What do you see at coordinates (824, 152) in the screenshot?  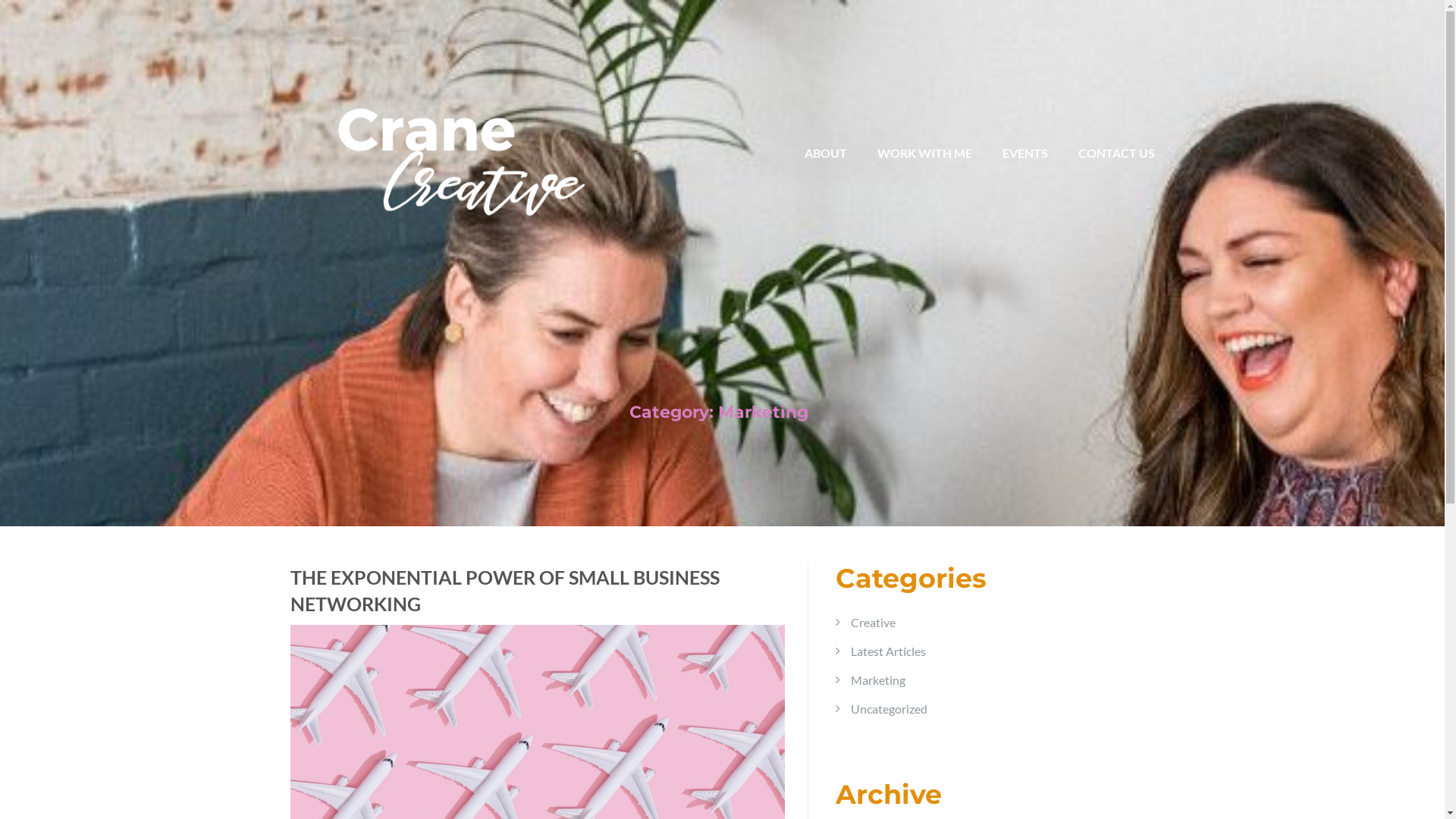 I see `'ABOUT'` at bounding box center [824, 152].